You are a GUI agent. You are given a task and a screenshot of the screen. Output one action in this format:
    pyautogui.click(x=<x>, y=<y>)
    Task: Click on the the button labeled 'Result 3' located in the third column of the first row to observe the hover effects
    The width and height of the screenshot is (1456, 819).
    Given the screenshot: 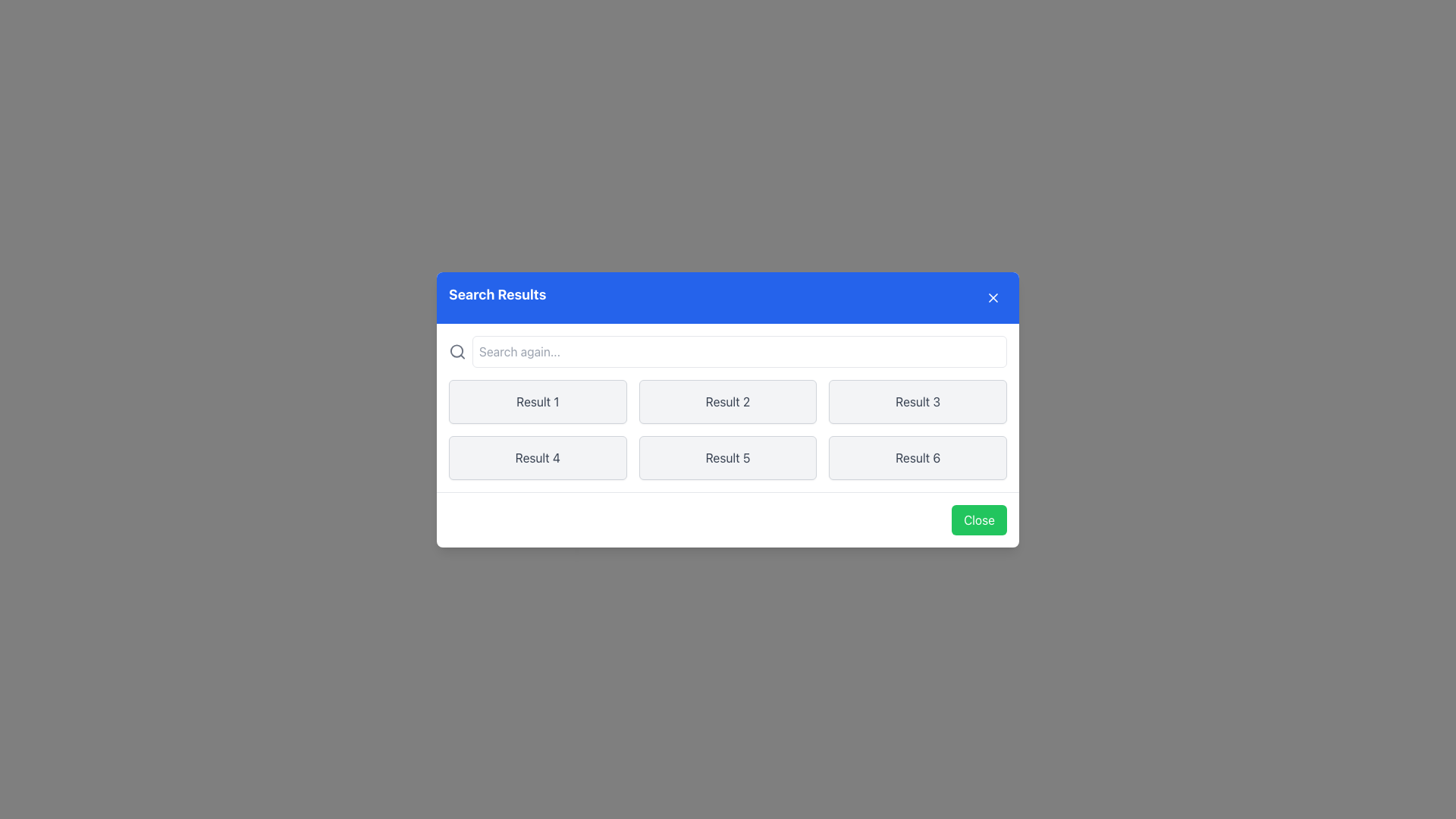 What is the action you would take?
    pyautogui.click(x=917, y=400)
    